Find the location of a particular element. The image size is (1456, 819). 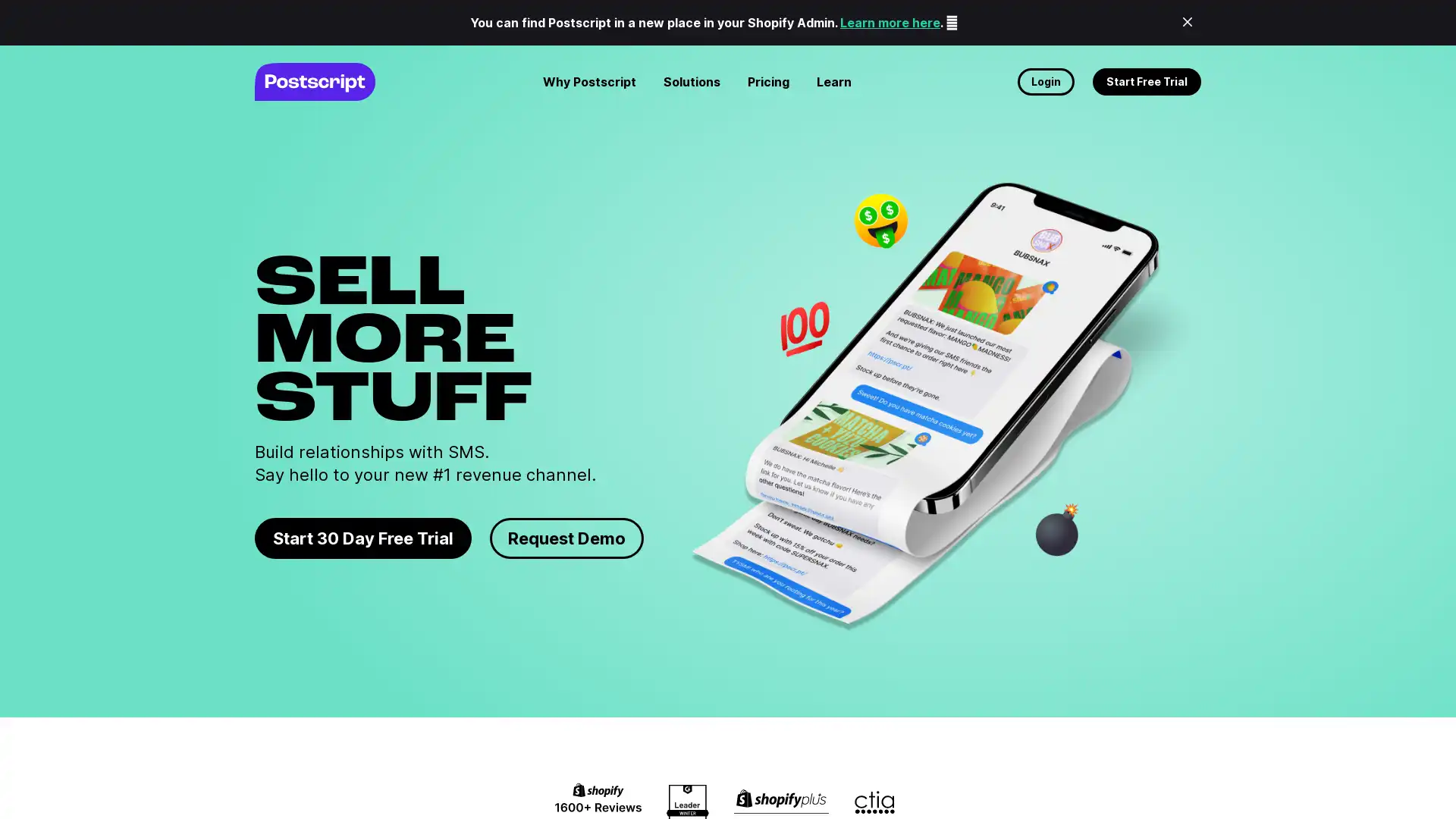

Request Demo is located at coordinates (566, 537).